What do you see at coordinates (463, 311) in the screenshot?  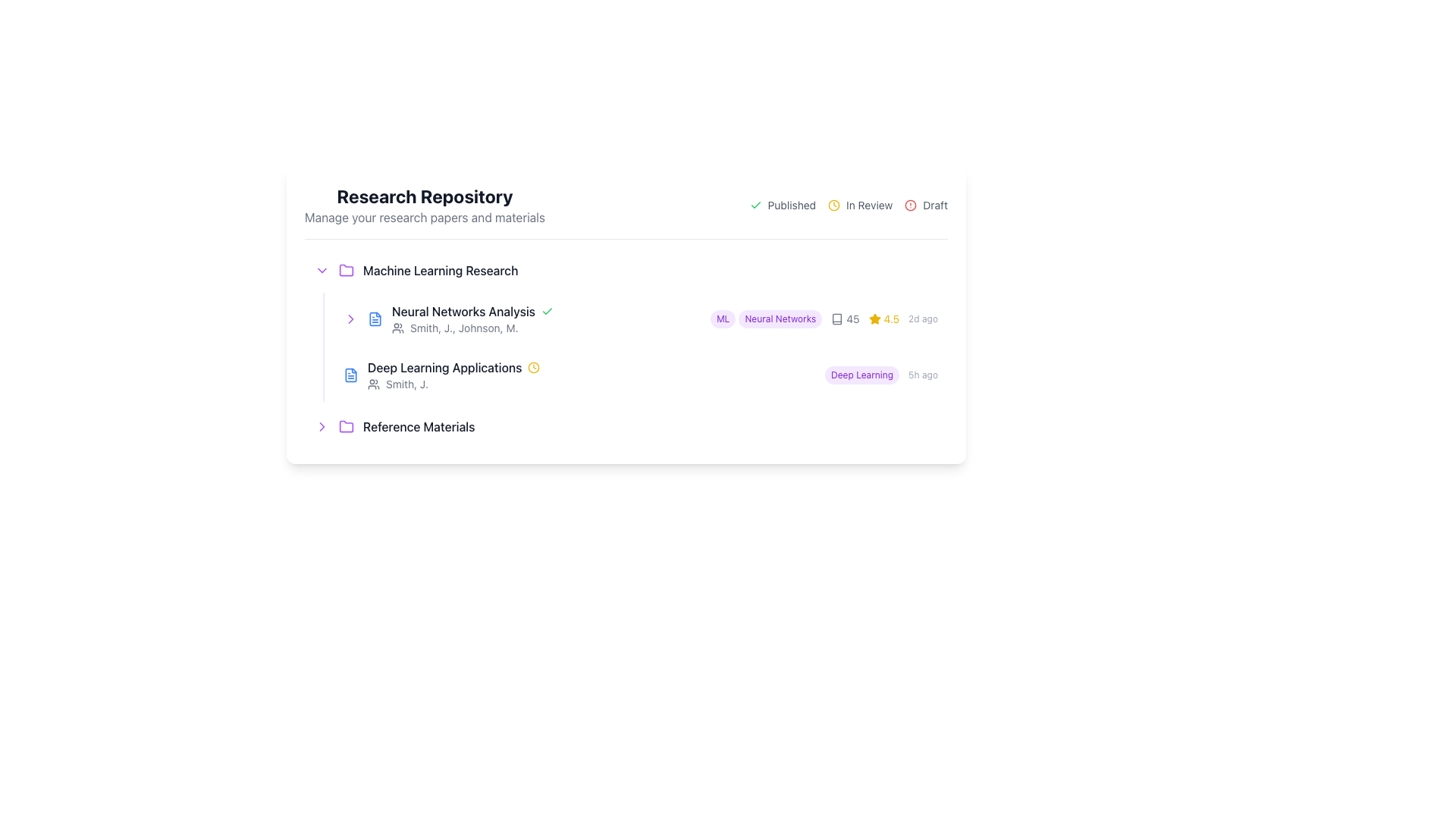 I see `displayed text 'Neural Networks Analysis' located under the 'Machine Learning Research' section header, aligned in a document-style layout` at bounding box center [463, 311].